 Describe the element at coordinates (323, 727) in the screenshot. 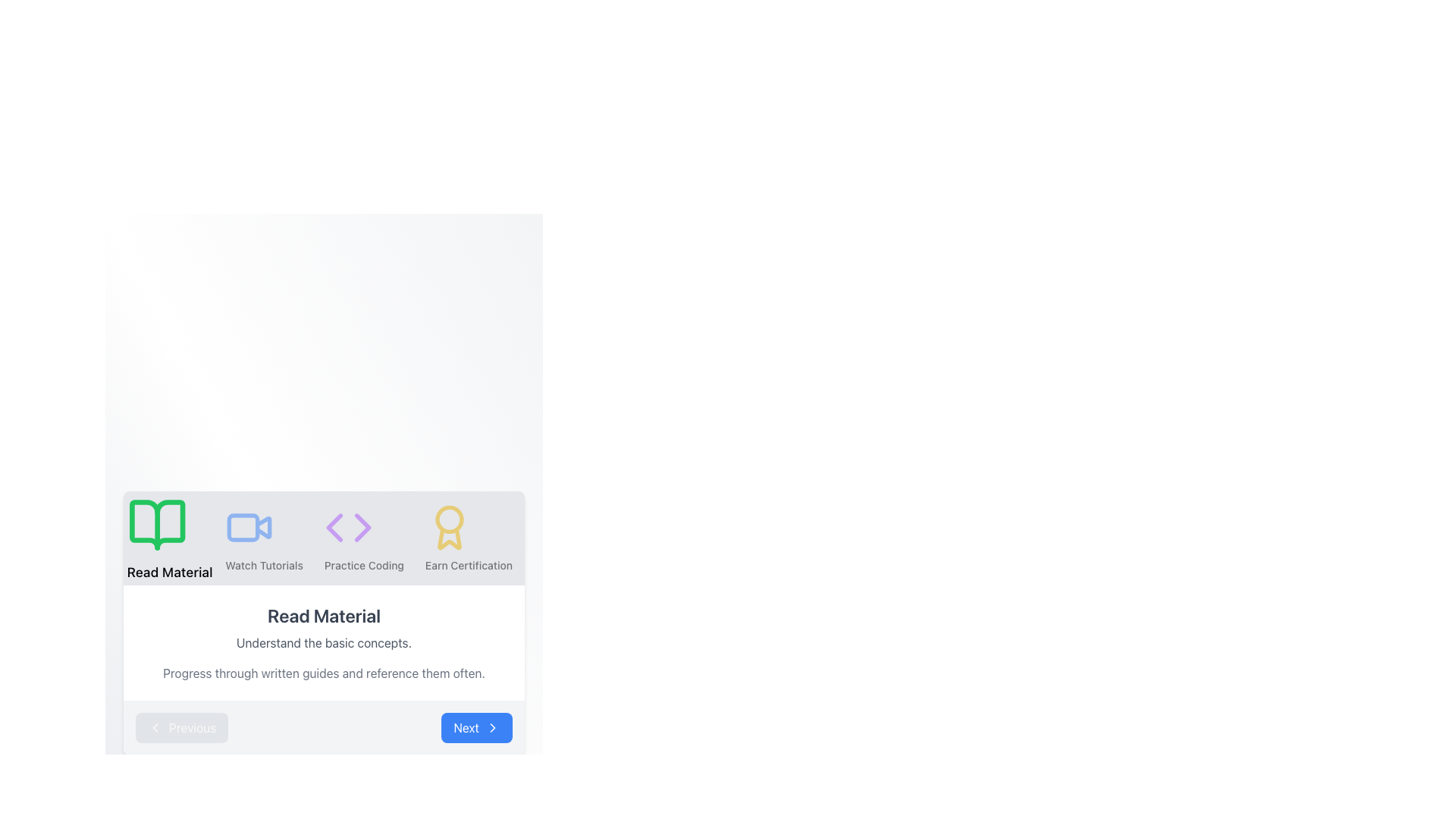

I see `the 'Next' button on the Navigation Control Bar to proceed to the next step or page` at that location.